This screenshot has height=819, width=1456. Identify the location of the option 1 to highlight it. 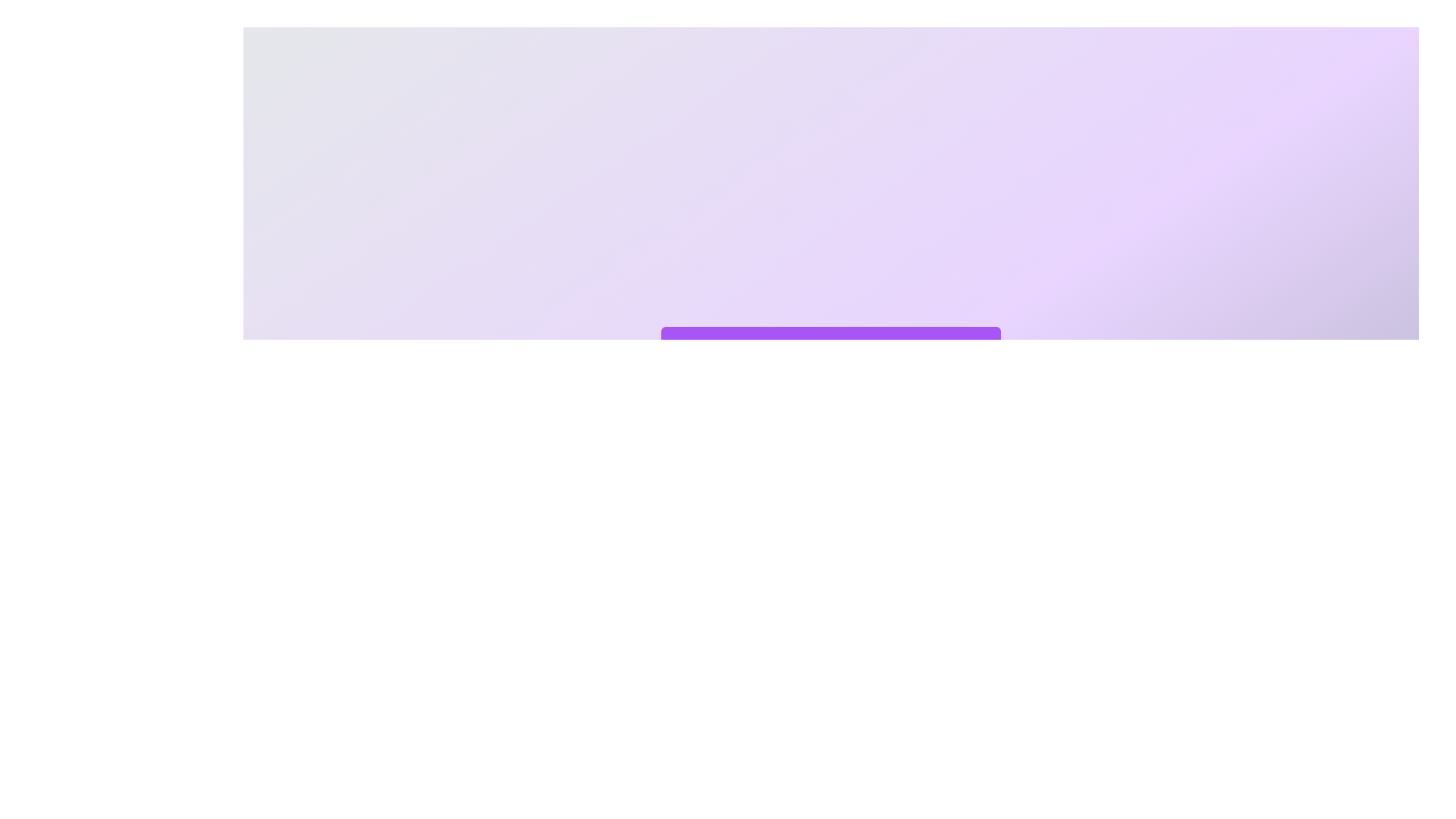
(830, 400).